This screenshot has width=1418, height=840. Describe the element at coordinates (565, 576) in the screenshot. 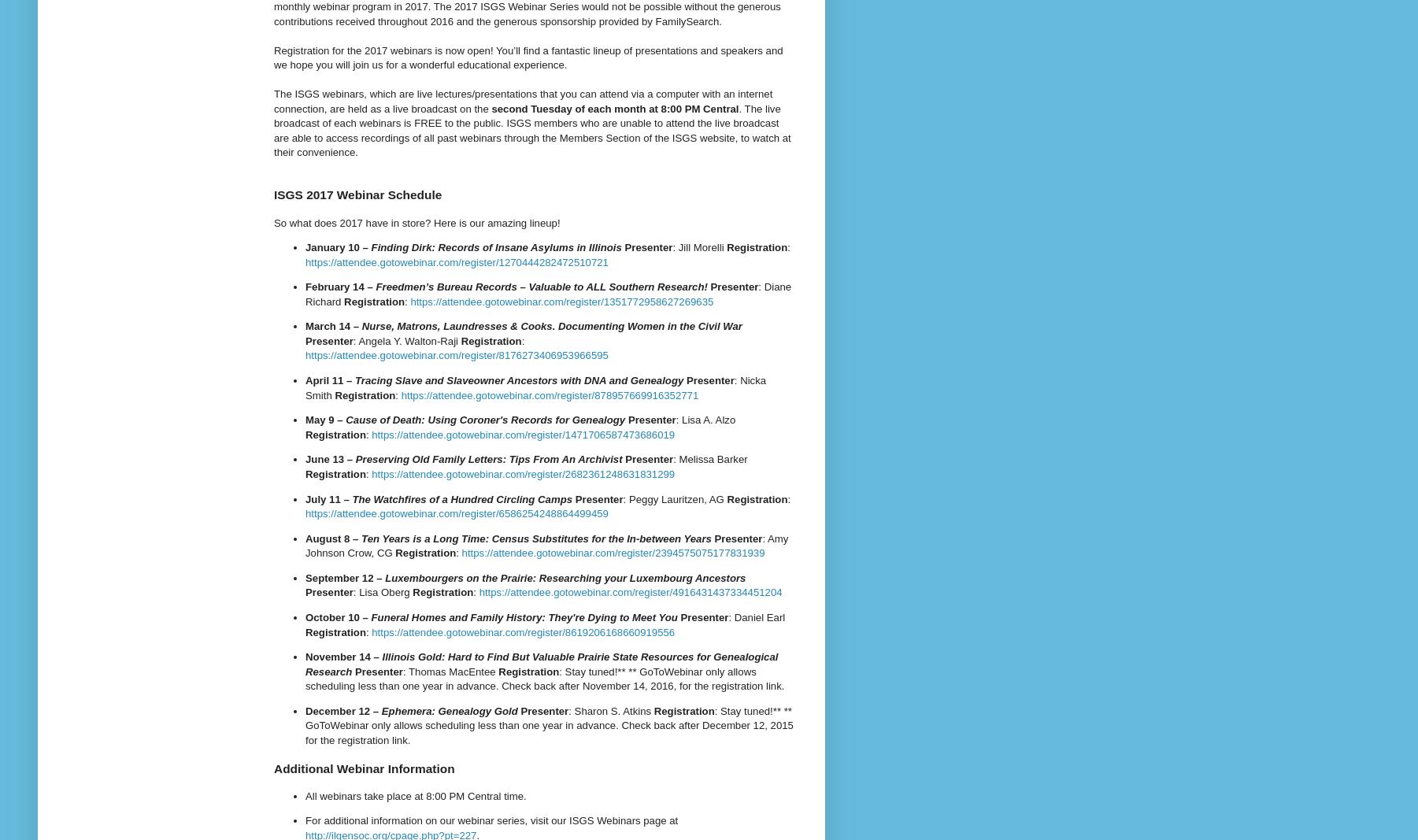

I see `'Luxembourgers on the Prairie: Researching your Luxembourg Ancestors'` at that location.